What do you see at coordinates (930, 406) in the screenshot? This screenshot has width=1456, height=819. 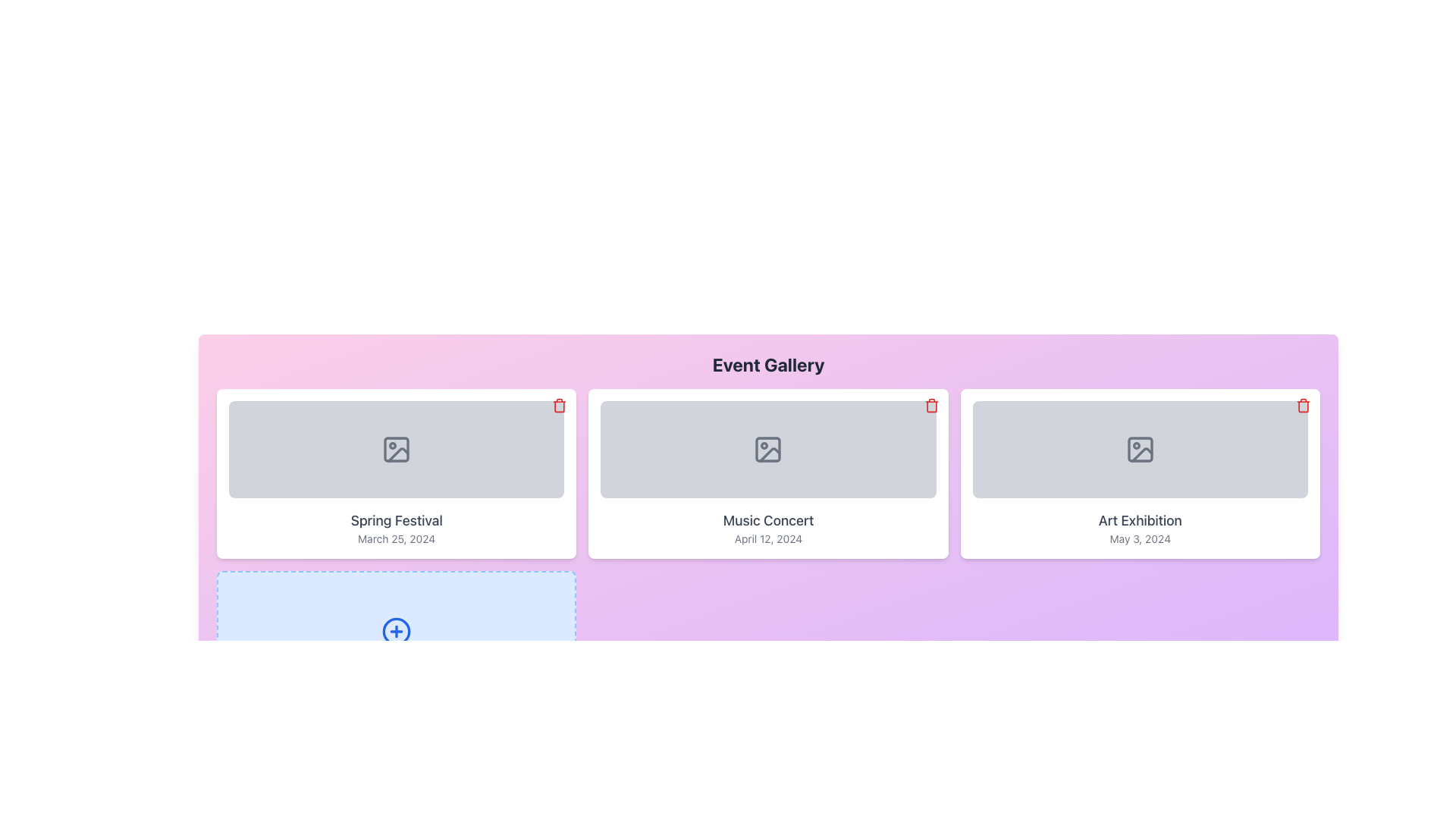 I see `the central rectangular part of the trash icon located in the top-right corner of the 'Music Concert, April 12, 2024' card` at bounding box center [930, 406].